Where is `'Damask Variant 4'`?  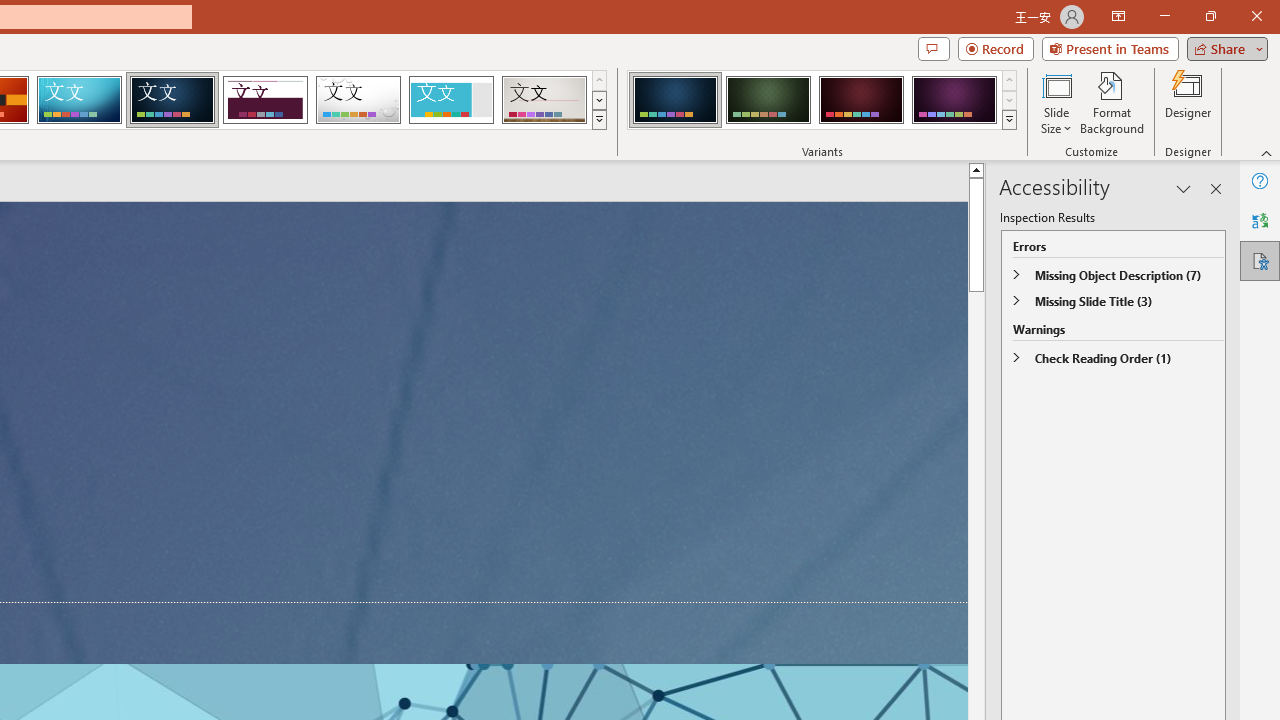
'Damask Variant 4' is located at coordinates (953, 100).